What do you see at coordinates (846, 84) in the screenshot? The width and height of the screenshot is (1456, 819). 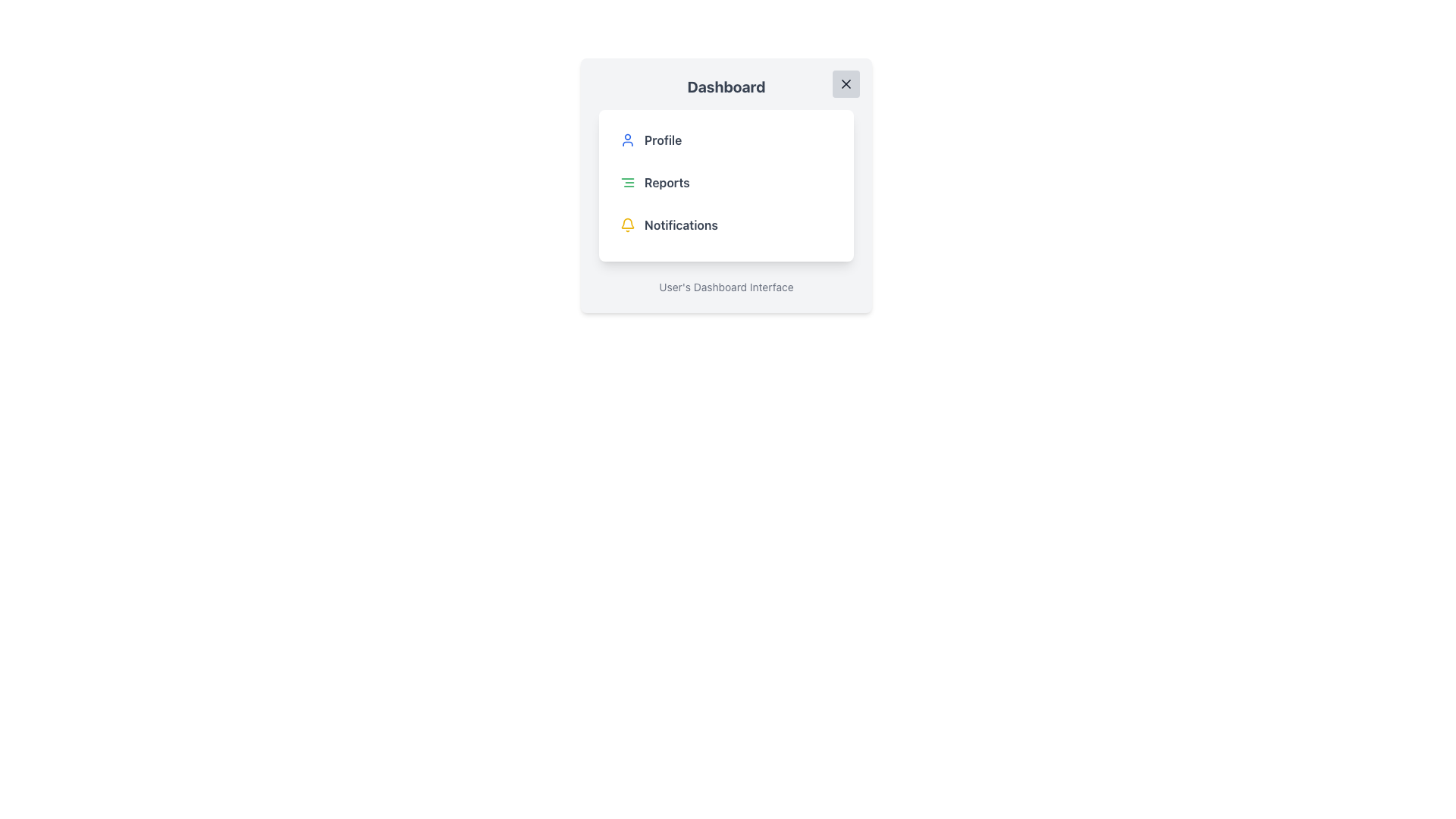 I see `the close or cancel icon located in the top-right corner of the card titled 'Dashboard'` at bounding box center [846, 84].